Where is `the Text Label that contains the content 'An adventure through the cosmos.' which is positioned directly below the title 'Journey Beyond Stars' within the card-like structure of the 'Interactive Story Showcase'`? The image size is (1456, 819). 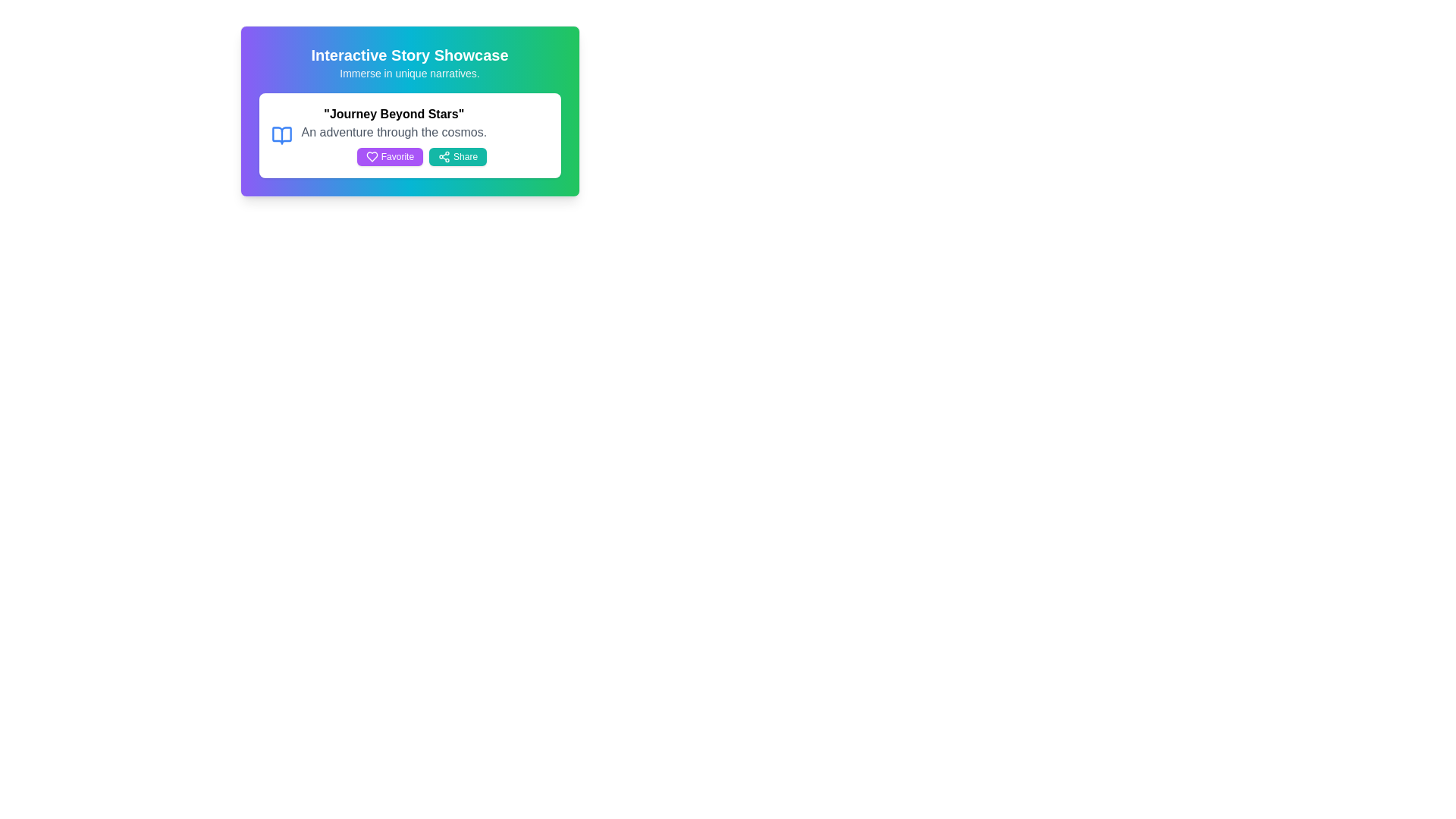 the Text Label that contains the content 'An adventure through the cosmos.' which is positioned directly below the title 'Journey Beyond Stars' within the card-like structure of the 'Interactive Story Showcase' is located at coordinates (394, 131).